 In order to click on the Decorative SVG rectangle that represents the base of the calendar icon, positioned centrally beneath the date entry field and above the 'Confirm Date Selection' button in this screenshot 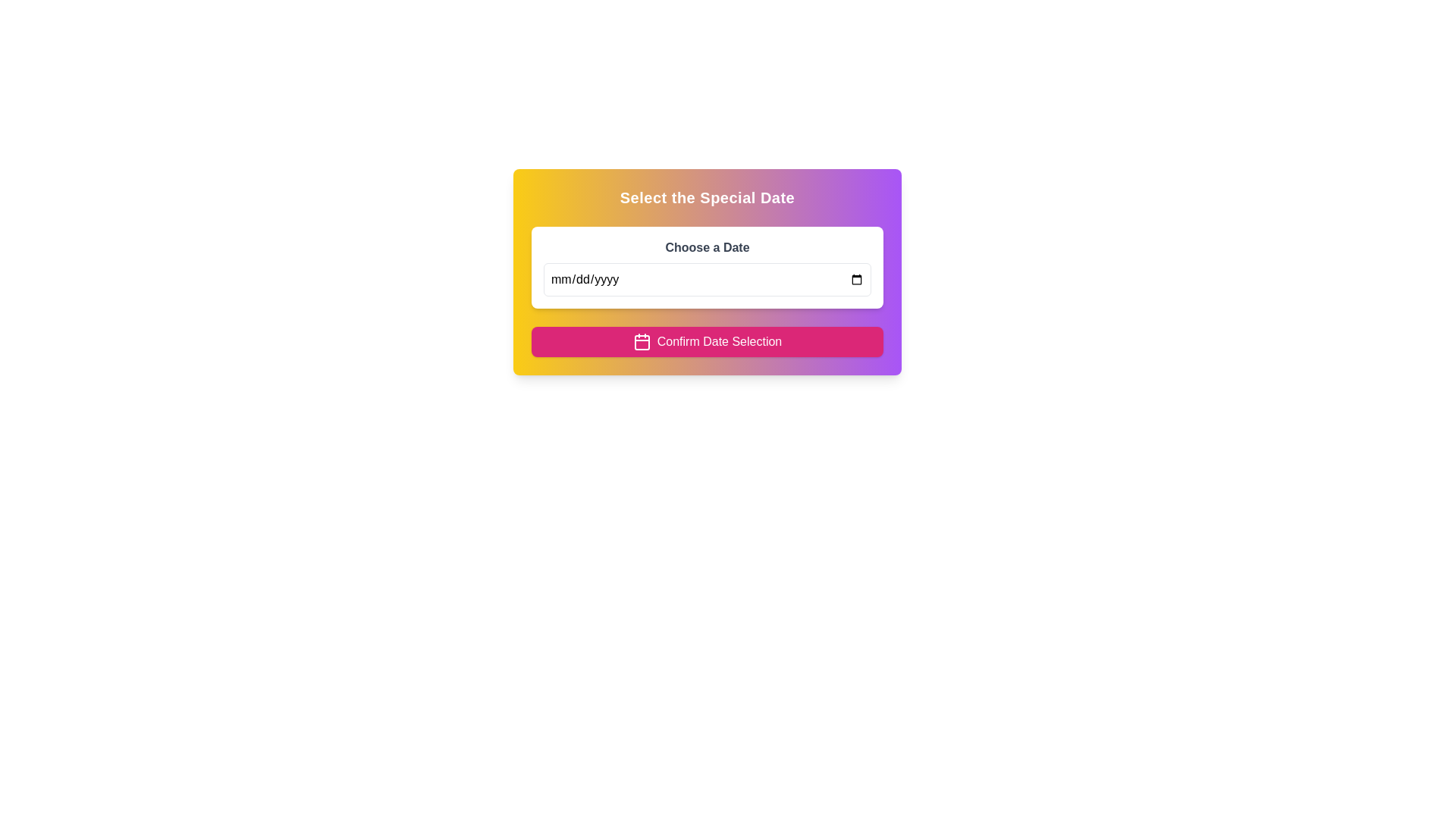, I will do `click(642, 342)`.